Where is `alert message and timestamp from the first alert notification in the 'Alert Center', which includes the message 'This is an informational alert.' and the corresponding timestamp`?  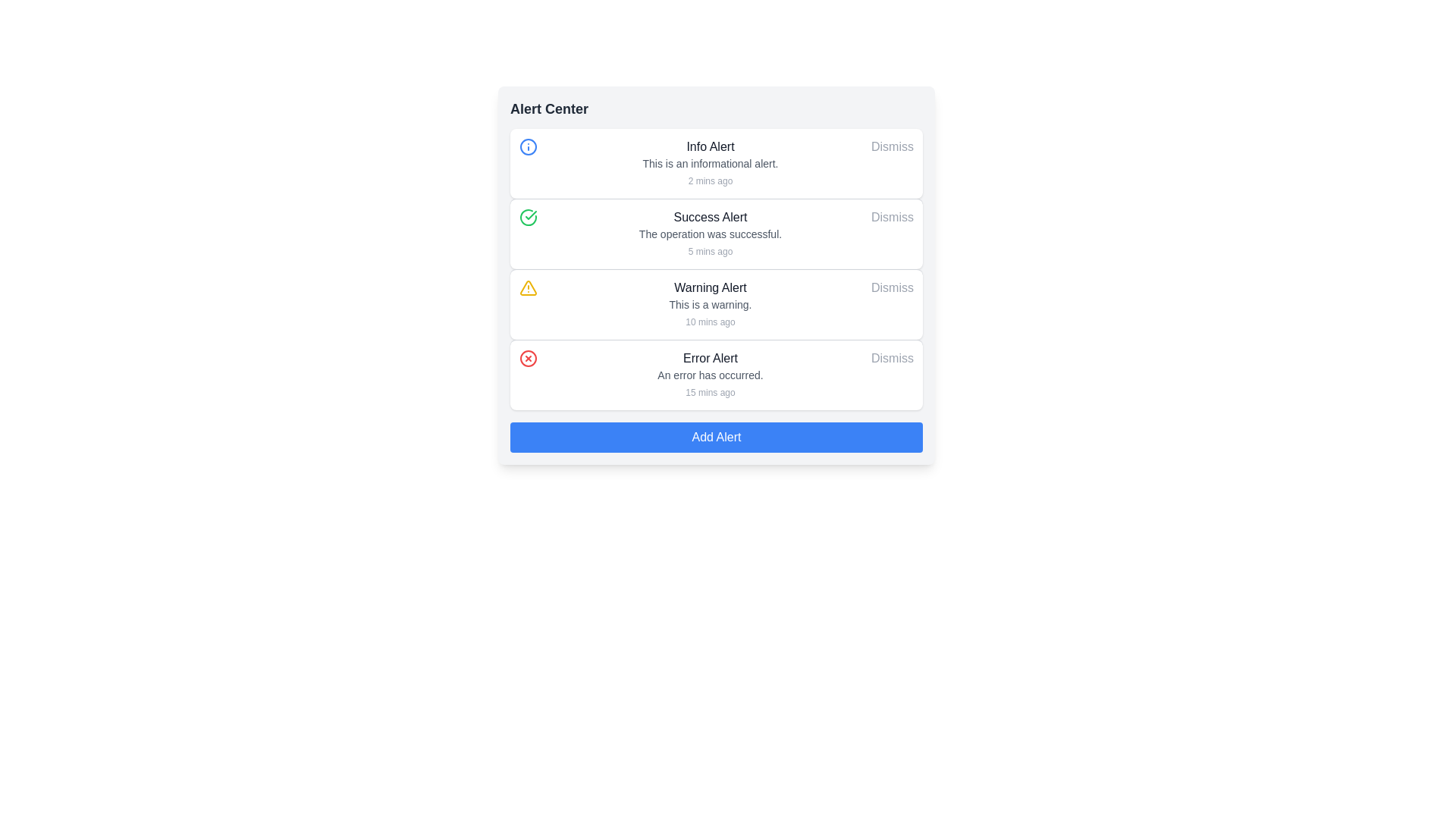
alert message and timestamp from the first alert notification in the 'Alert Center', which includes the message 'This is an informational alert.' and the corresponding timestamp is located at coordinates (716, 164).